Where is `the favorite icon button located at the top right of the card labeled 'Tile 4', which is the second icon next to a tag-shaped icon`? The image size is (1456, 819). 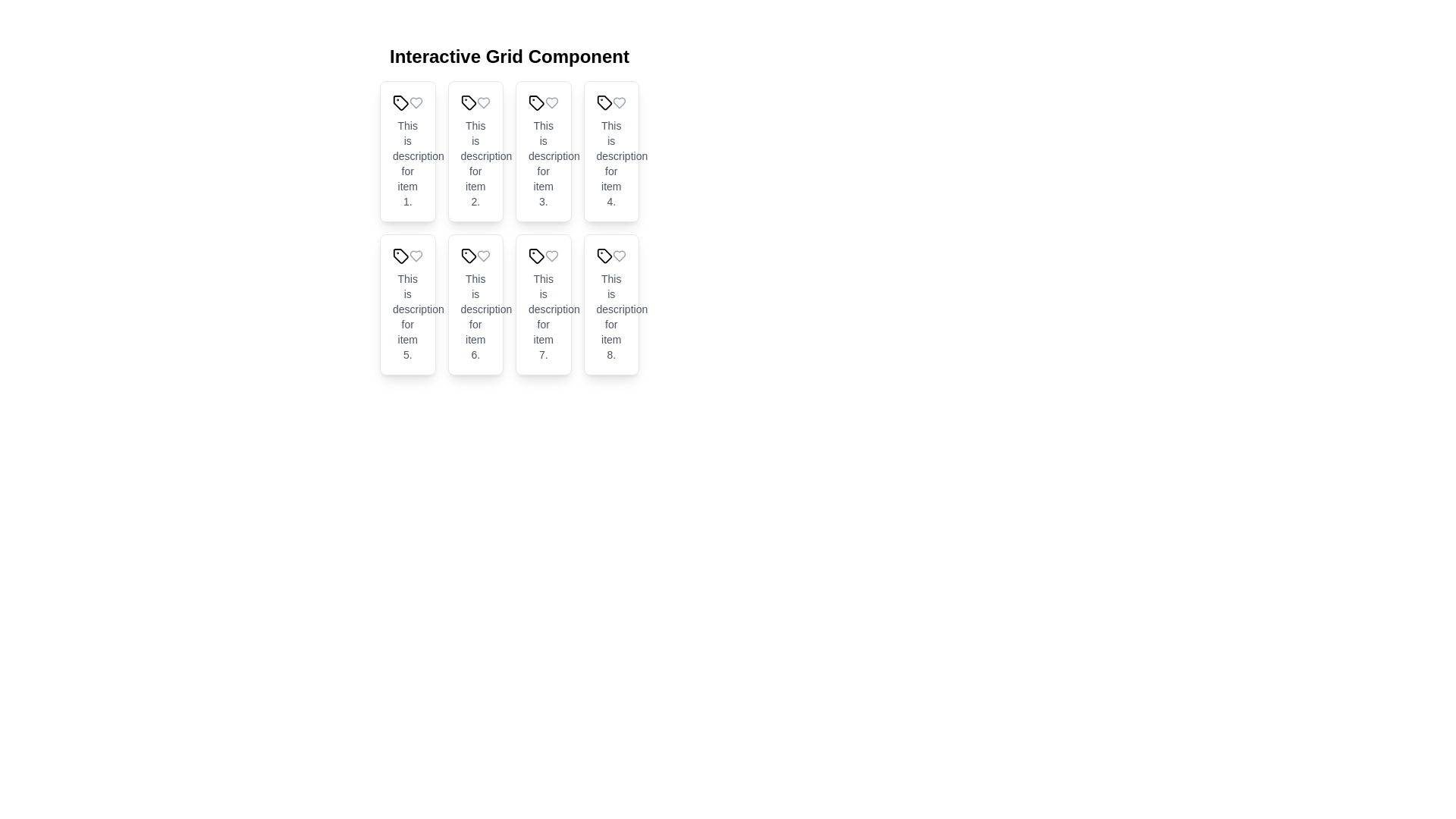 the favorite icon button located at the top right of the card labeled 'Tile 4', which is the second icon next to a tag-shaped icon is located at coordinates (619, 102).